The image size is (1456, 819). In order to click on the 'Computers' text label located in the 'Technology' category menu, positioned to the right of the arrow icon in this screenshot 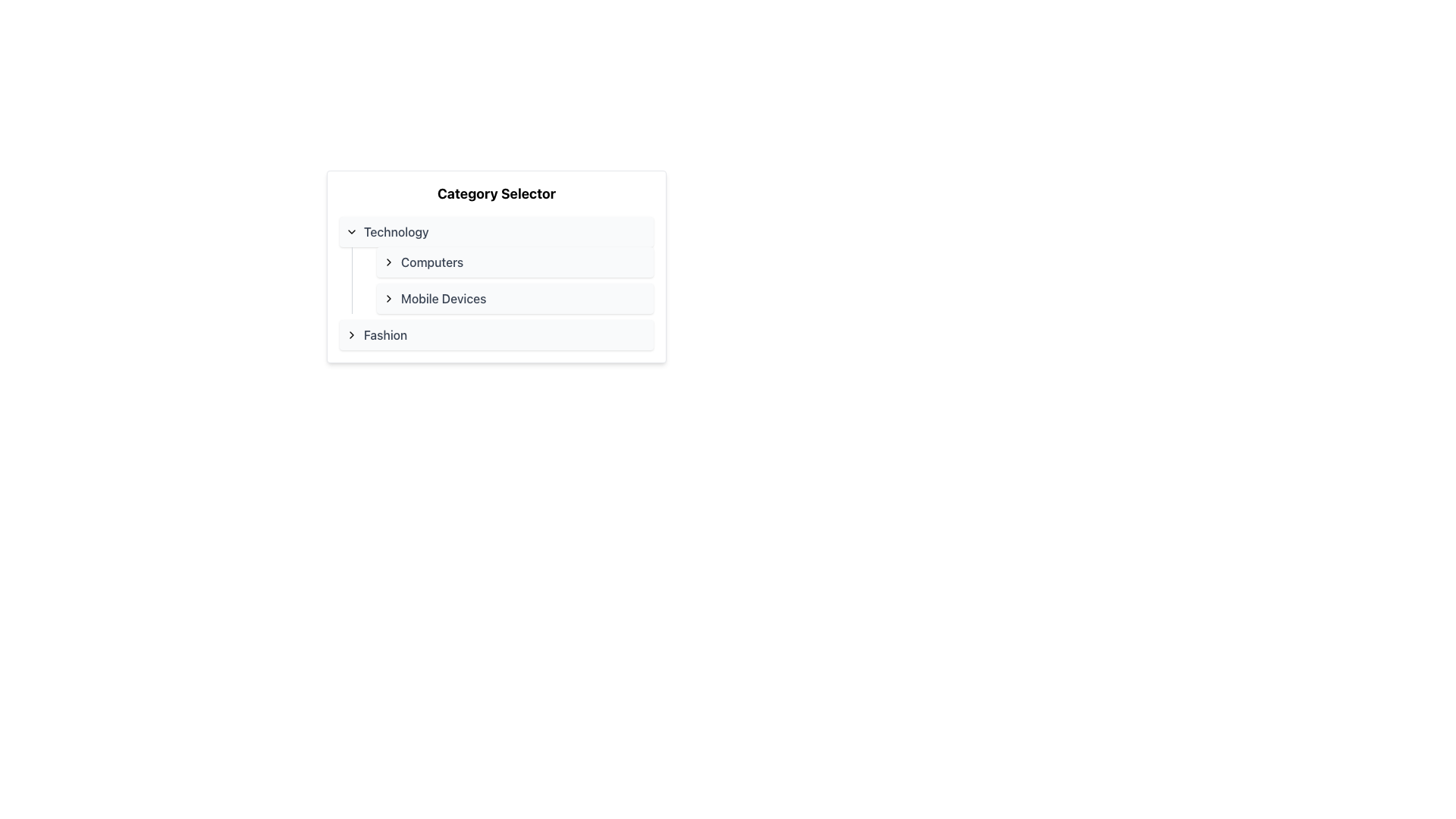, I will do `click(431, 262)`.